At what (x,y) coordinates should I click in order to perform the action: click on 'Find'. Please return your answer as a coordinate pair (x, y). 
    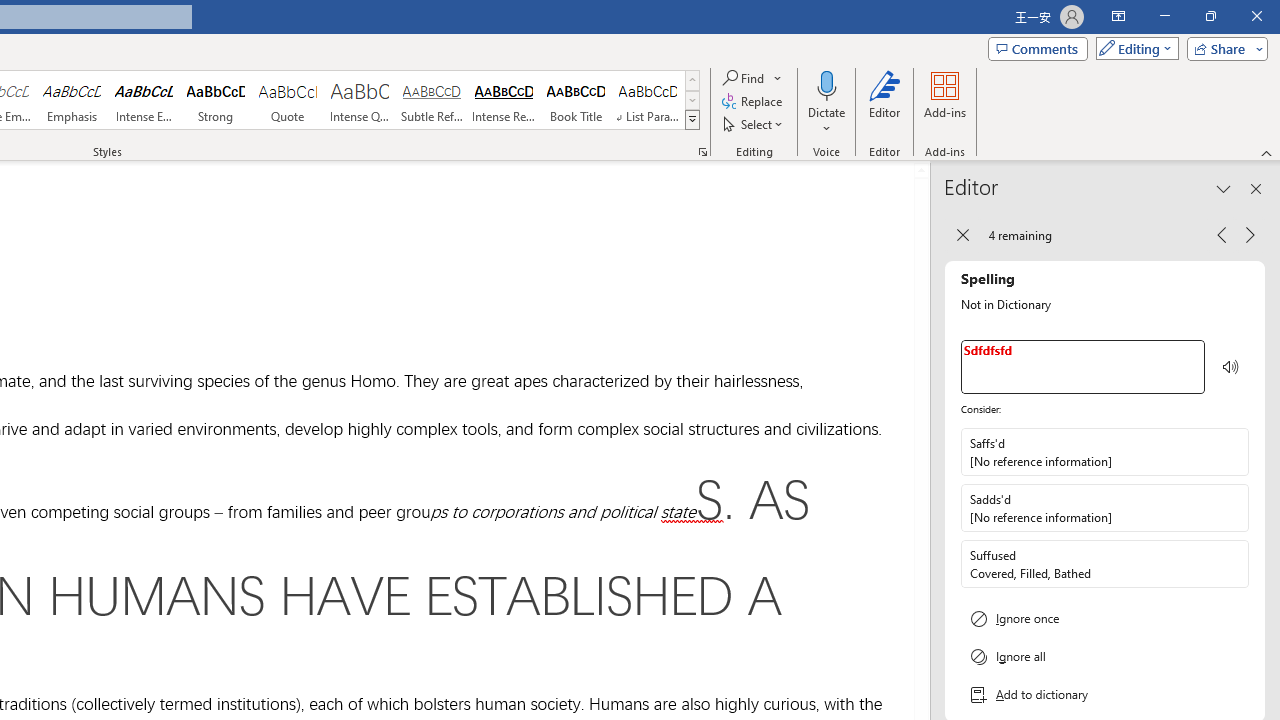
    Looking at the image, I should click on (752, 77).